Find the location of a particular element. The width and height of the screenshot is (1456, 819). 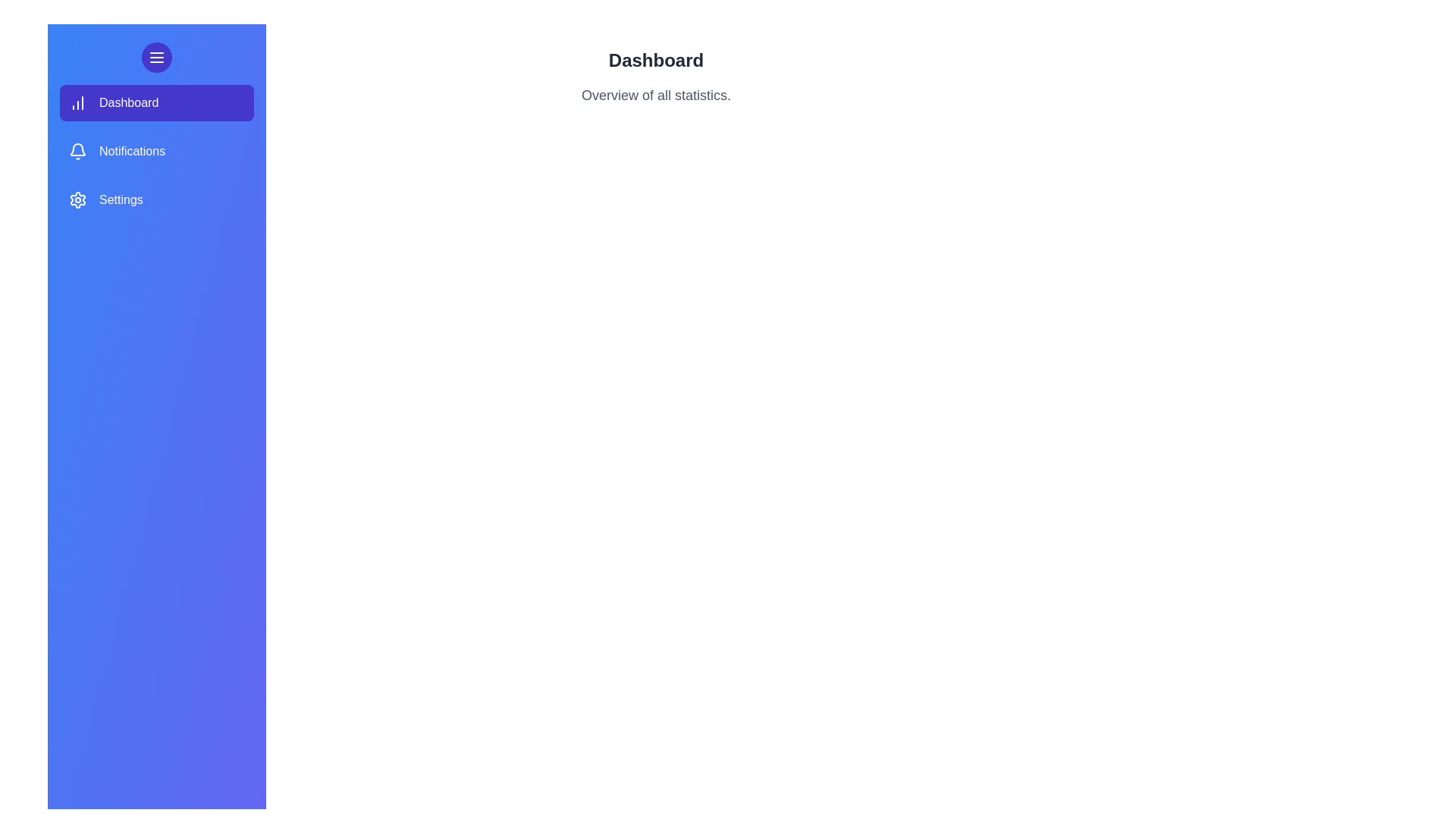

the Notifications icon in the side menu is located at coordinates (77, 152).